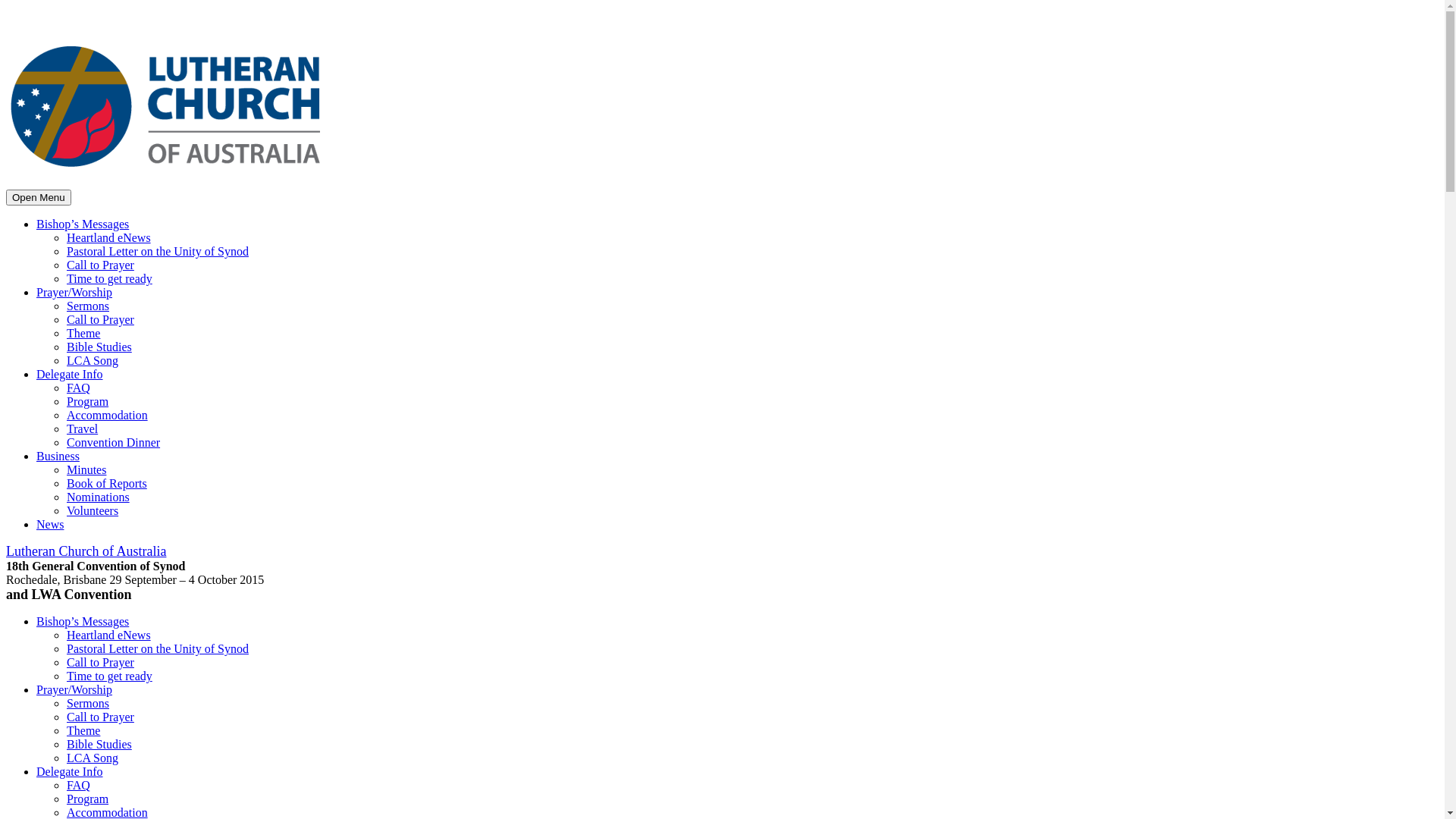 This screenshot has height=819, width=1456. What do you see at coordinates (112, 442) in the screenshot?
I see `'Convention Dinner'` at bounding box center [112, 442].